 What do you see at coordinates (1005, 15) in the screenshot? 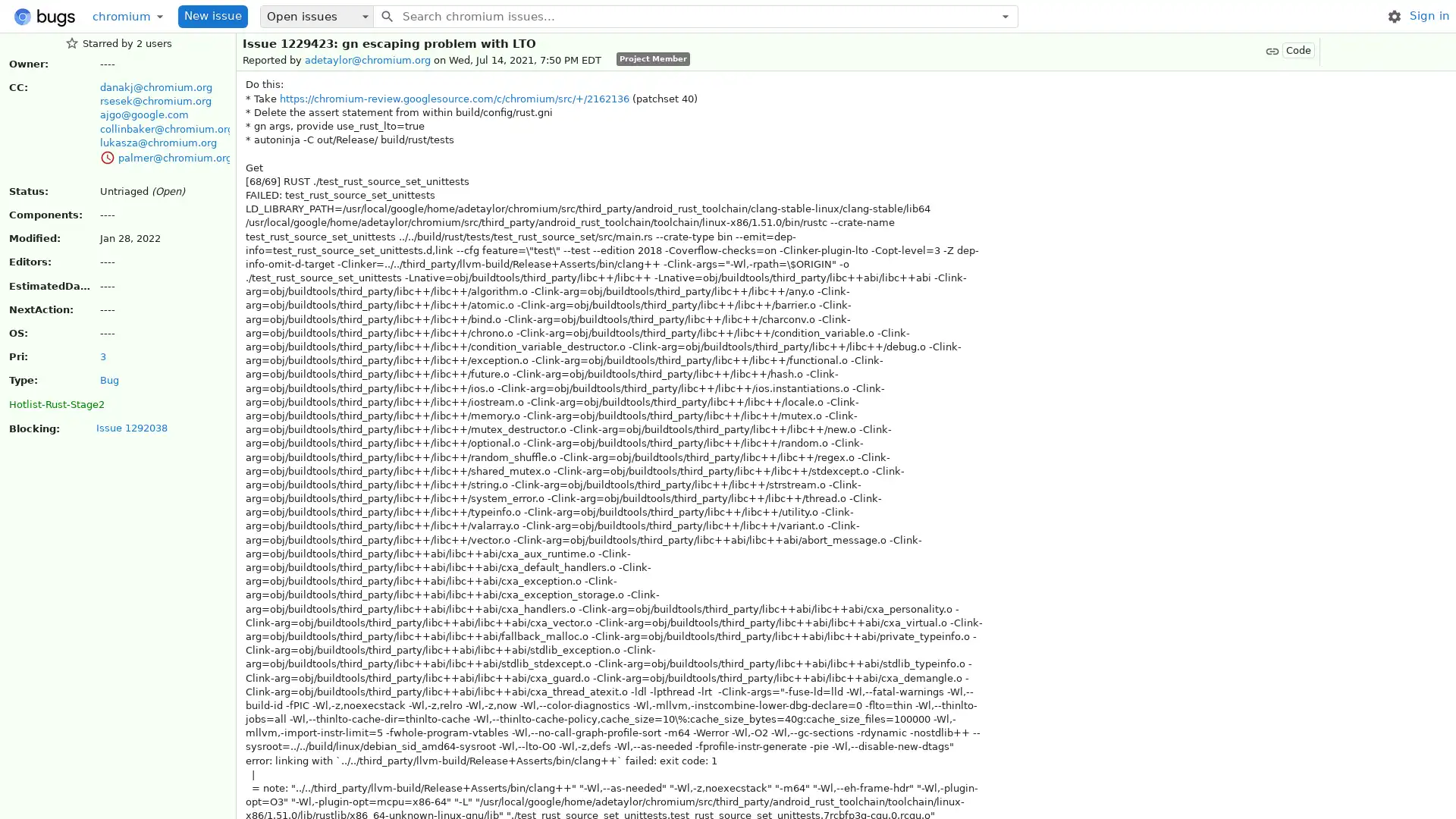
I see `Search options` at bounding box center [1005, 15].